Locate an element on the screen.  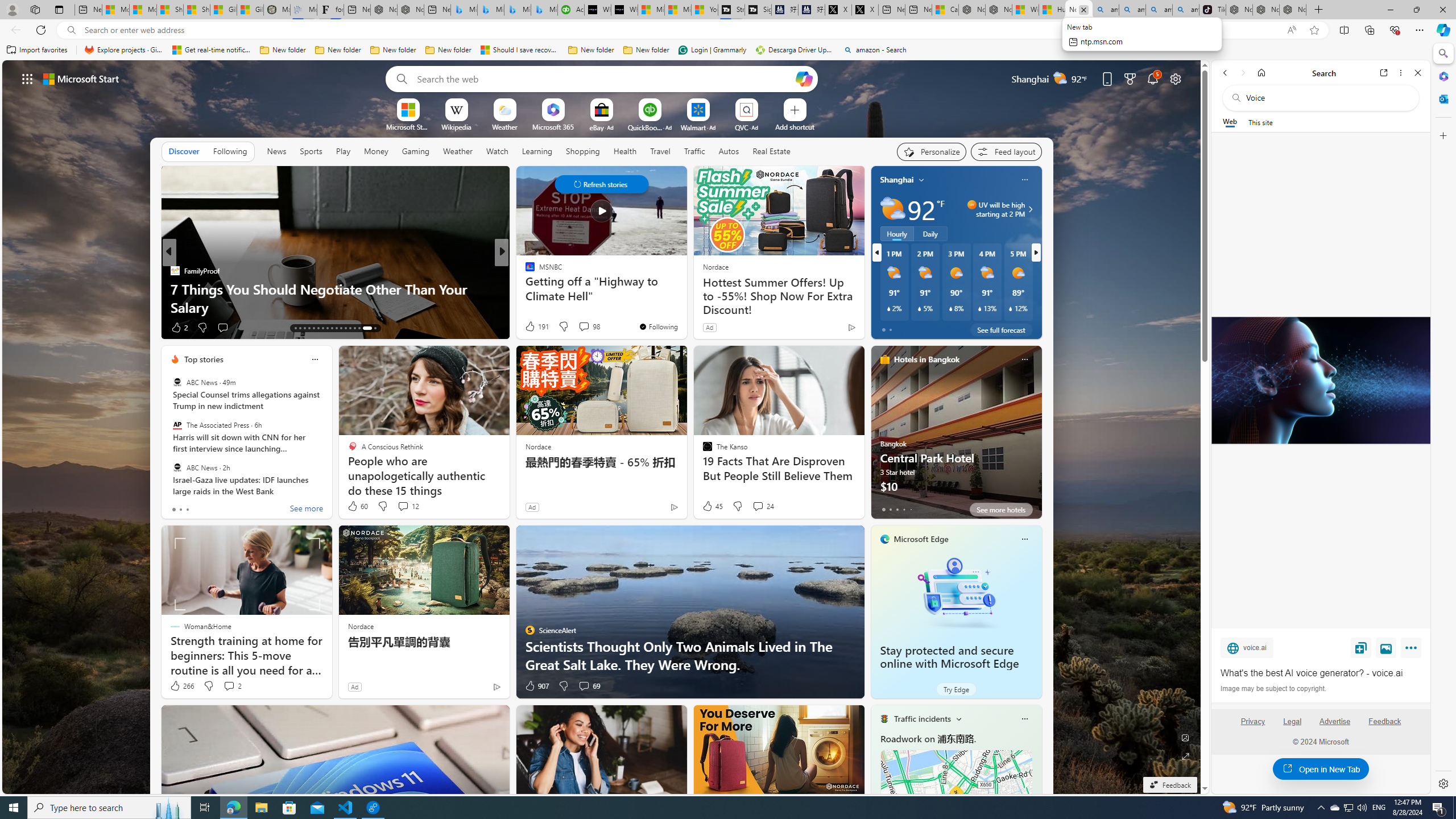
'Stay protected and secure online with Microsoft Edge' is located at coordinates (955, 592).